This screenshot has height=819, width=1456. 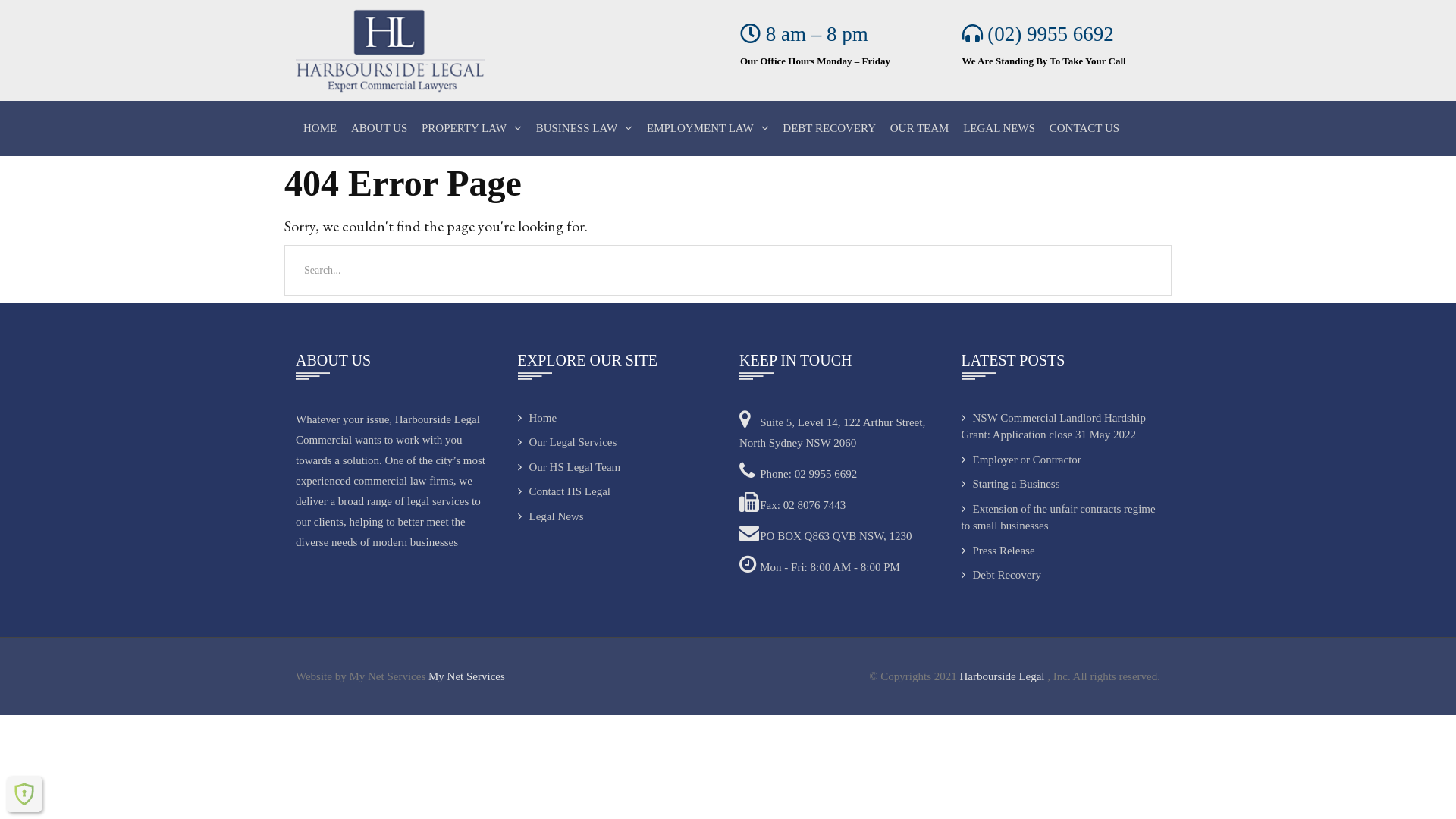 What do you see at coordinates (959, 675) in the screenshot?
I see `'Harbourside Legal'` at bounding box center [959, 675].